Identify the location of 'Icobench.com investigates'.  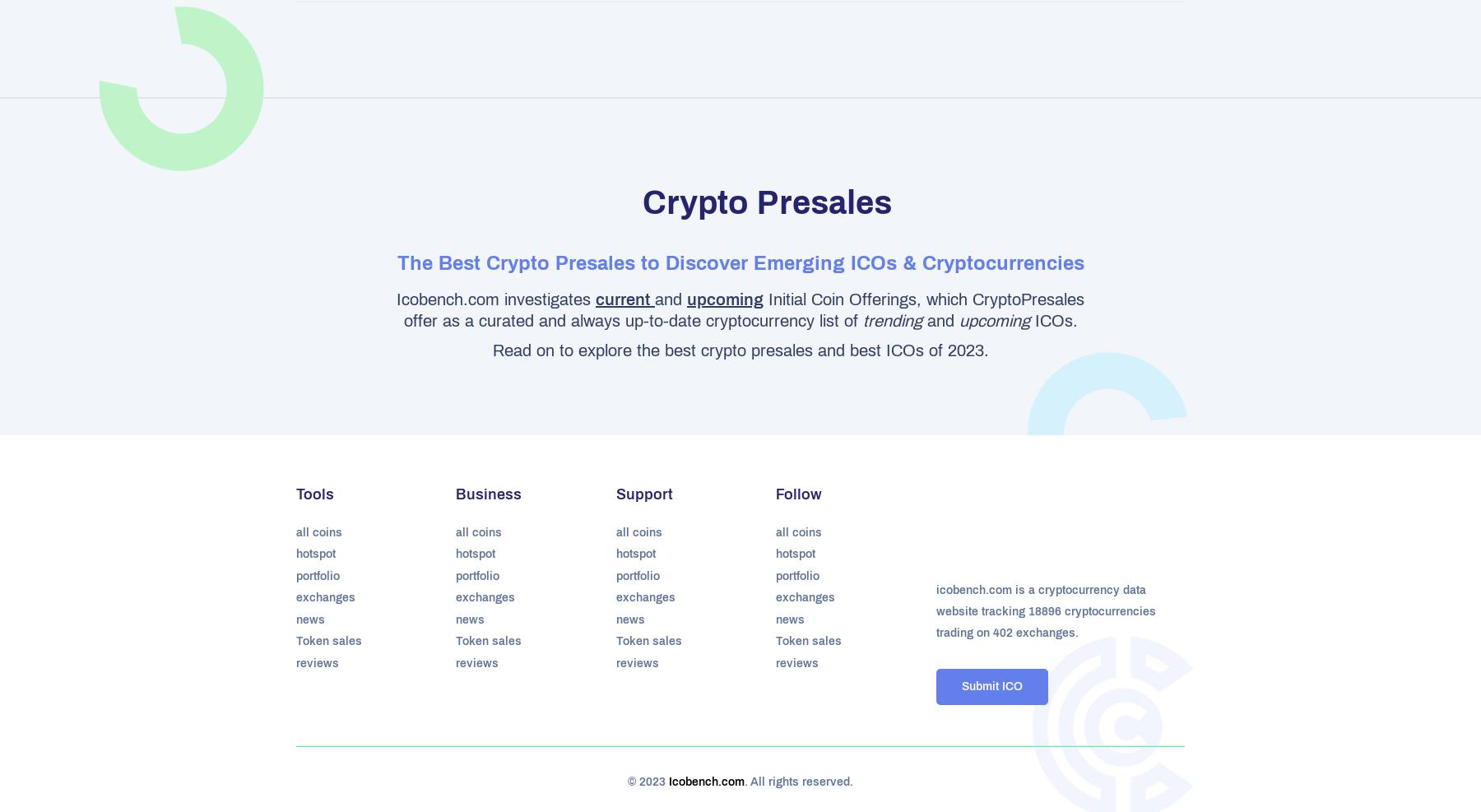
(496, 299).